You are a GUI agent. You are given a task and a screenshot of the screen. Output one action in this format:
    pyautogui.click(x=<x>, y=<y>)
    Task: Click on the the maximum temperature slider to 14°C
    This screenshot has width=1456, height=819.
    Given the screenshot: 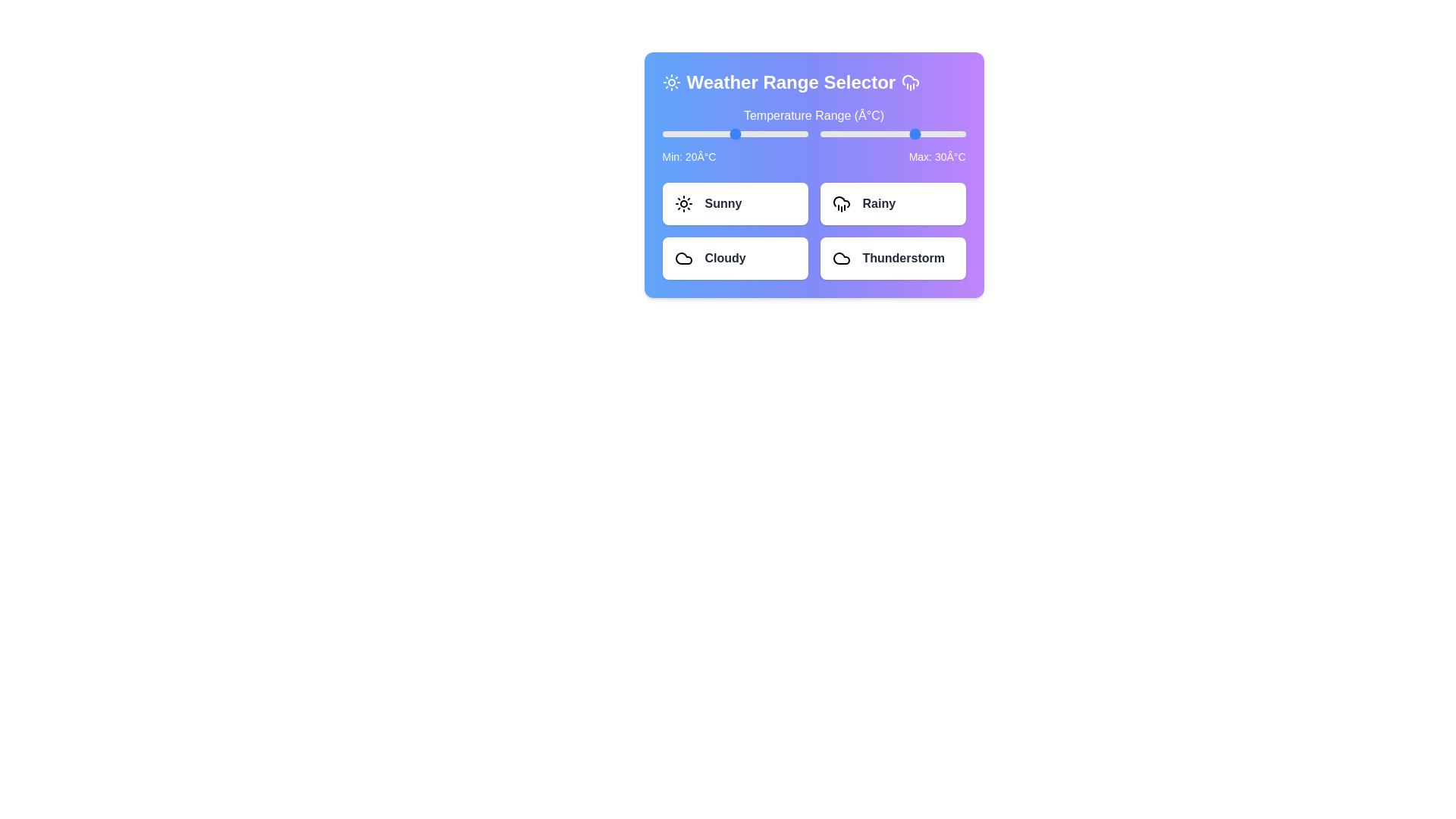 What is the action you would take?
    pyautogui.click(x=878, y=133)
    